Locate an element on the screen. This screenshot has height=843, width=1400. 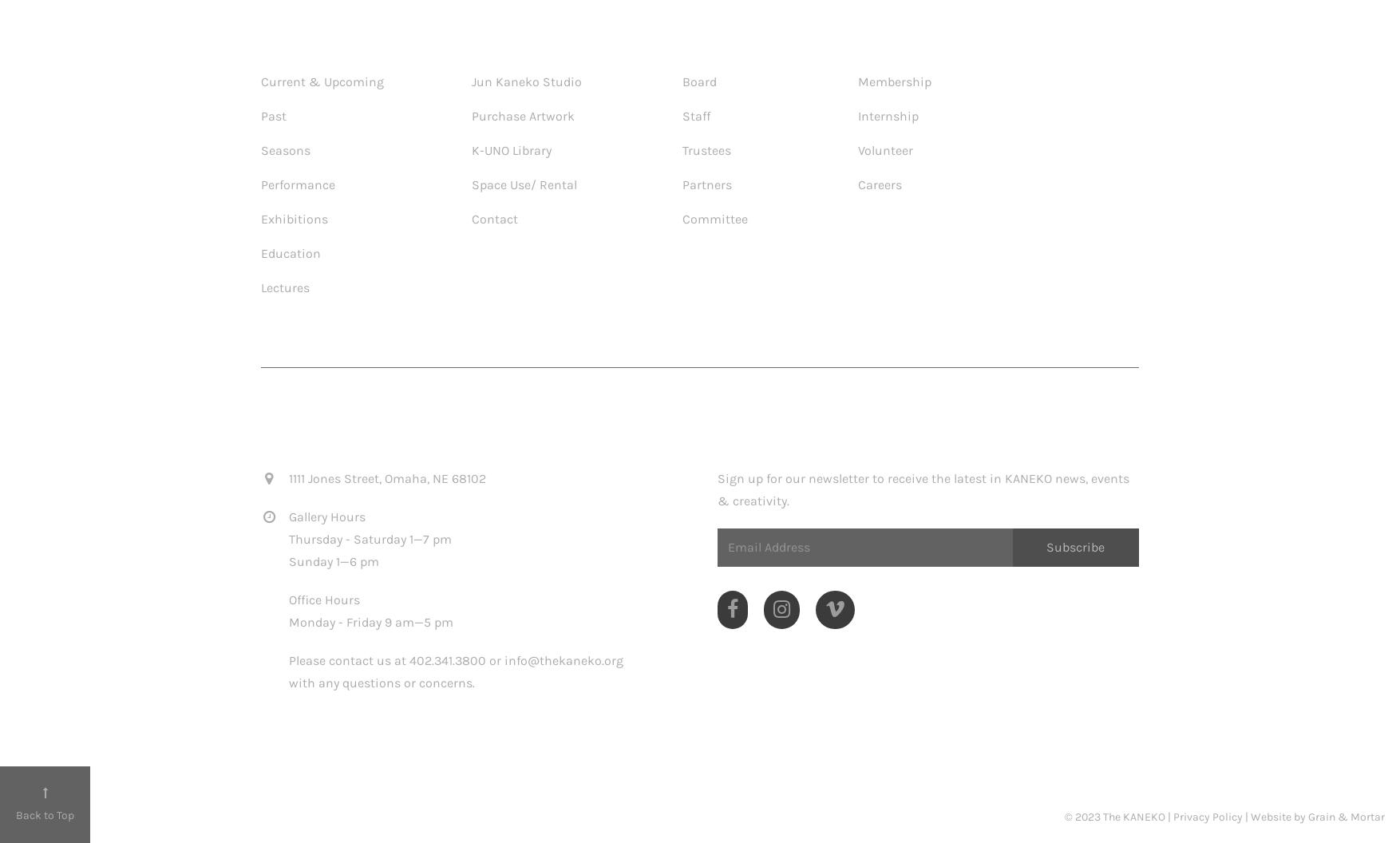
'Seasons' is located at coordinates (285, 149).